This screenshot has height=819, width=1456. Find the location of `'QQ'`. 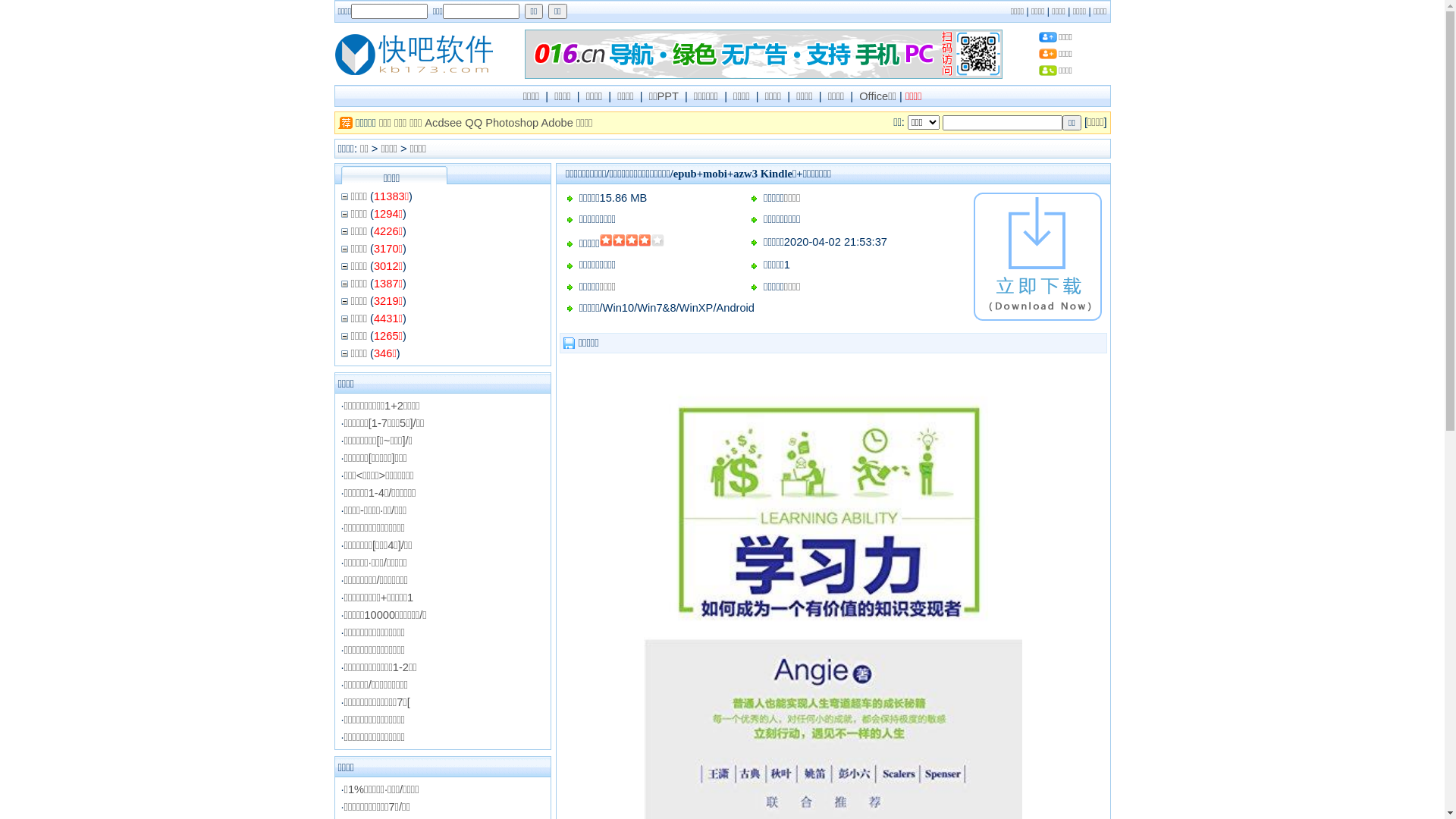

'QQ' is located at coordinates (464, 122).